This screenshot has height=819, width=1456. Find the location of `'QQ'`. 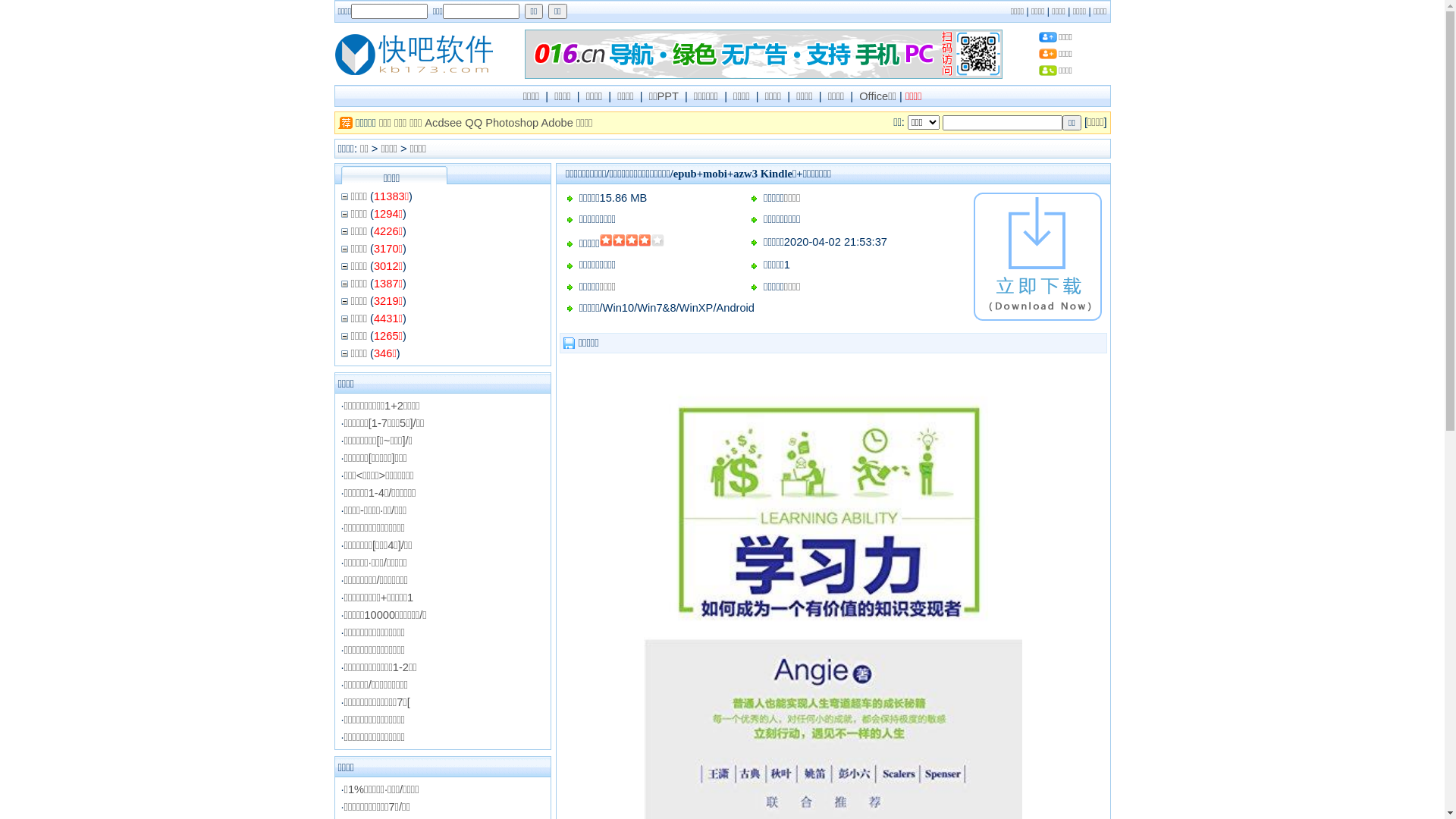

'QQ' is located at coordinates (464, 122).